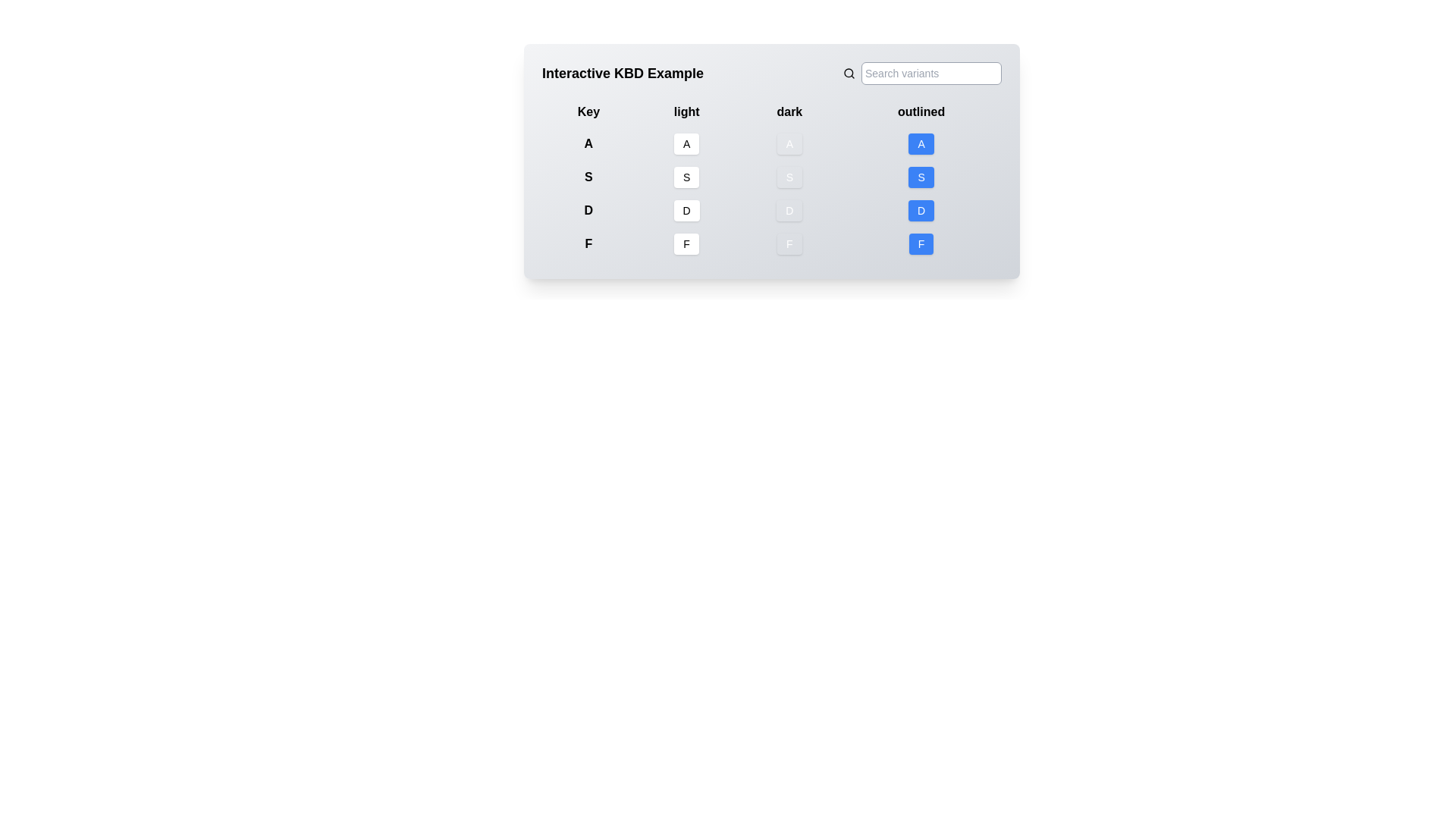 This screenshot has width=1456, height=819. I want to click on the button-like display element with a blue background and the white bold capital letter 'D', which is the third button in the outlined column of a grid, so click(921, 210).